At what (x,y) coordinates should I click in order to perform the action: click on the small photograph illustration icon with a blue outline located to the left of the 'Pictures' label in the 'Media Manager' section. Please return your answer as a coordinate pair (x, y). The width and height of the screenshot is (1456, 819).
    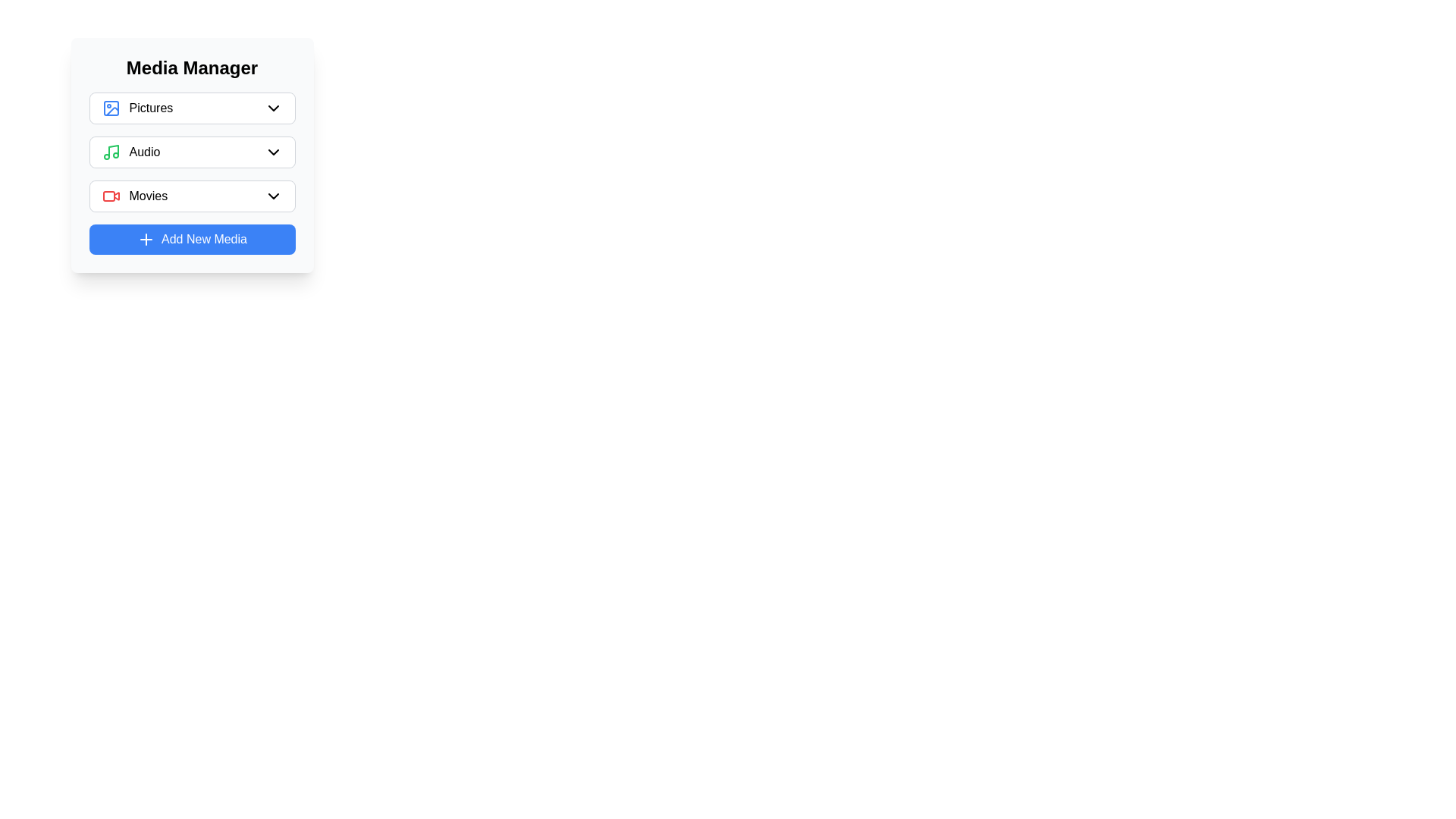
    Looking at the image, I should click on (110, 107).